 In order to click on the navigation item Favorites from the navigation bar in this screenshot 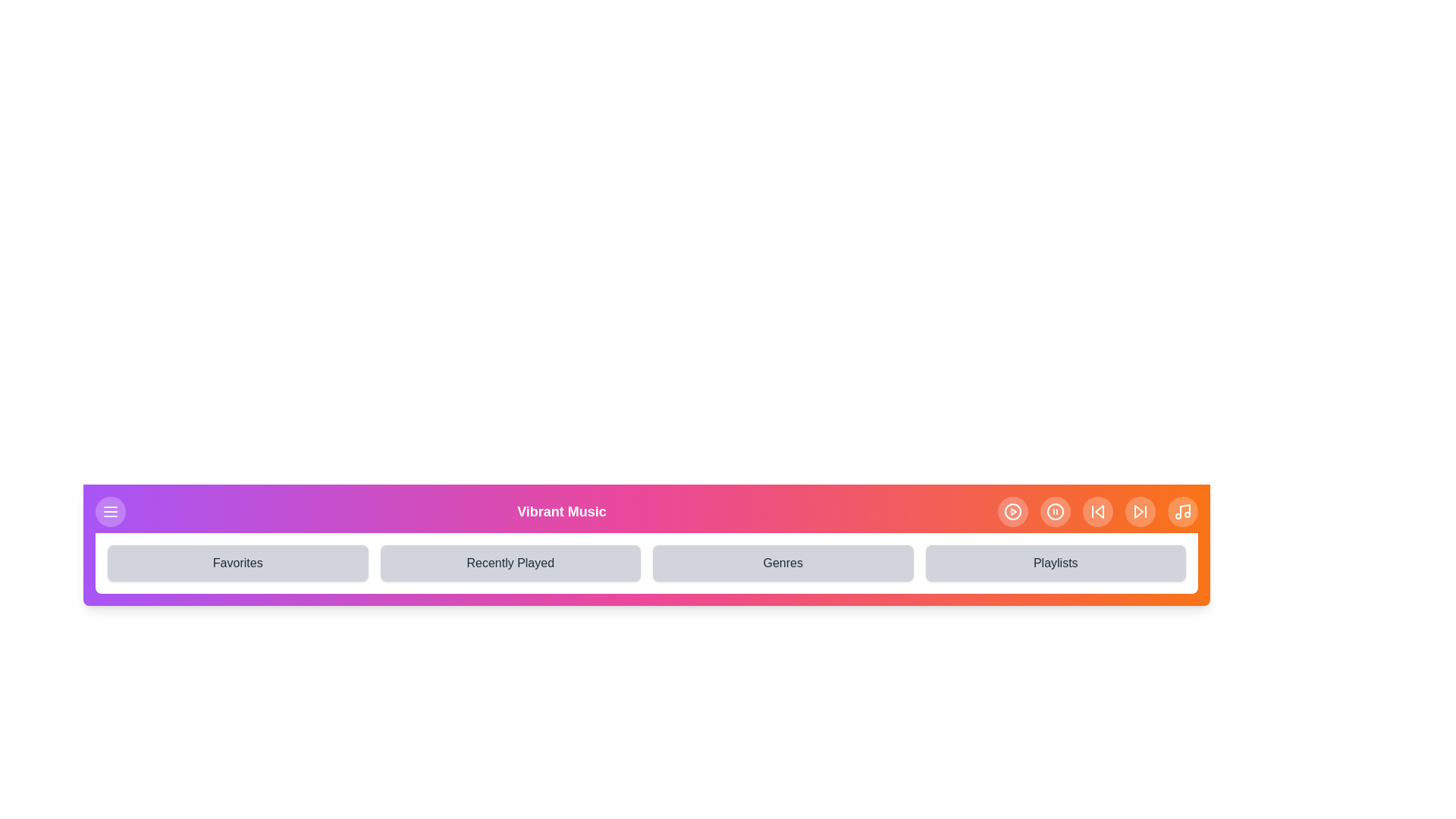, I will do `click(237, 563)`.